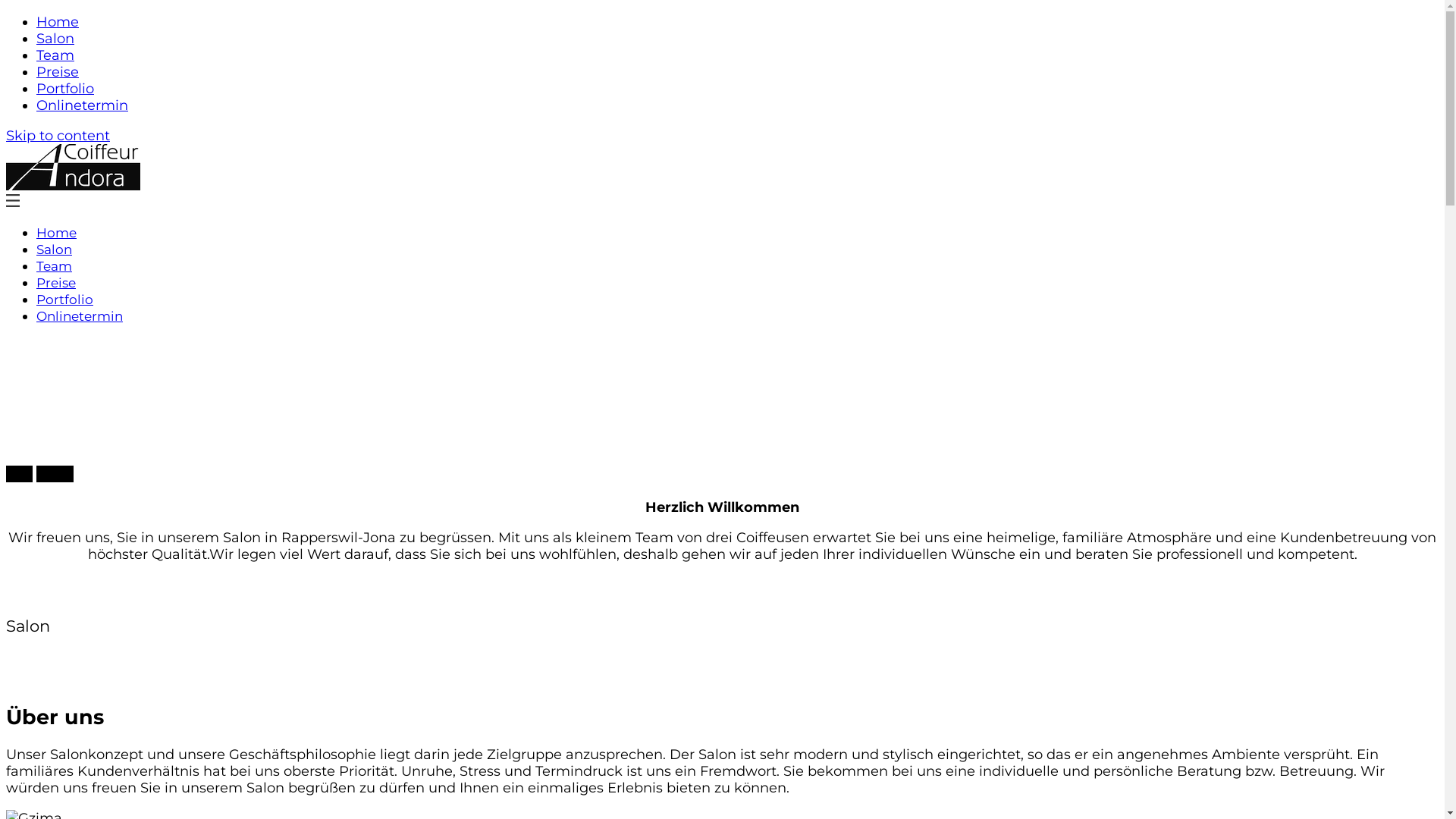 The height and width of the screenshot is (819, 1456). What do you see at coordinates (64, 88) in the screenshot?
I see `'Portfolio'` at bounding box center [64, 88].